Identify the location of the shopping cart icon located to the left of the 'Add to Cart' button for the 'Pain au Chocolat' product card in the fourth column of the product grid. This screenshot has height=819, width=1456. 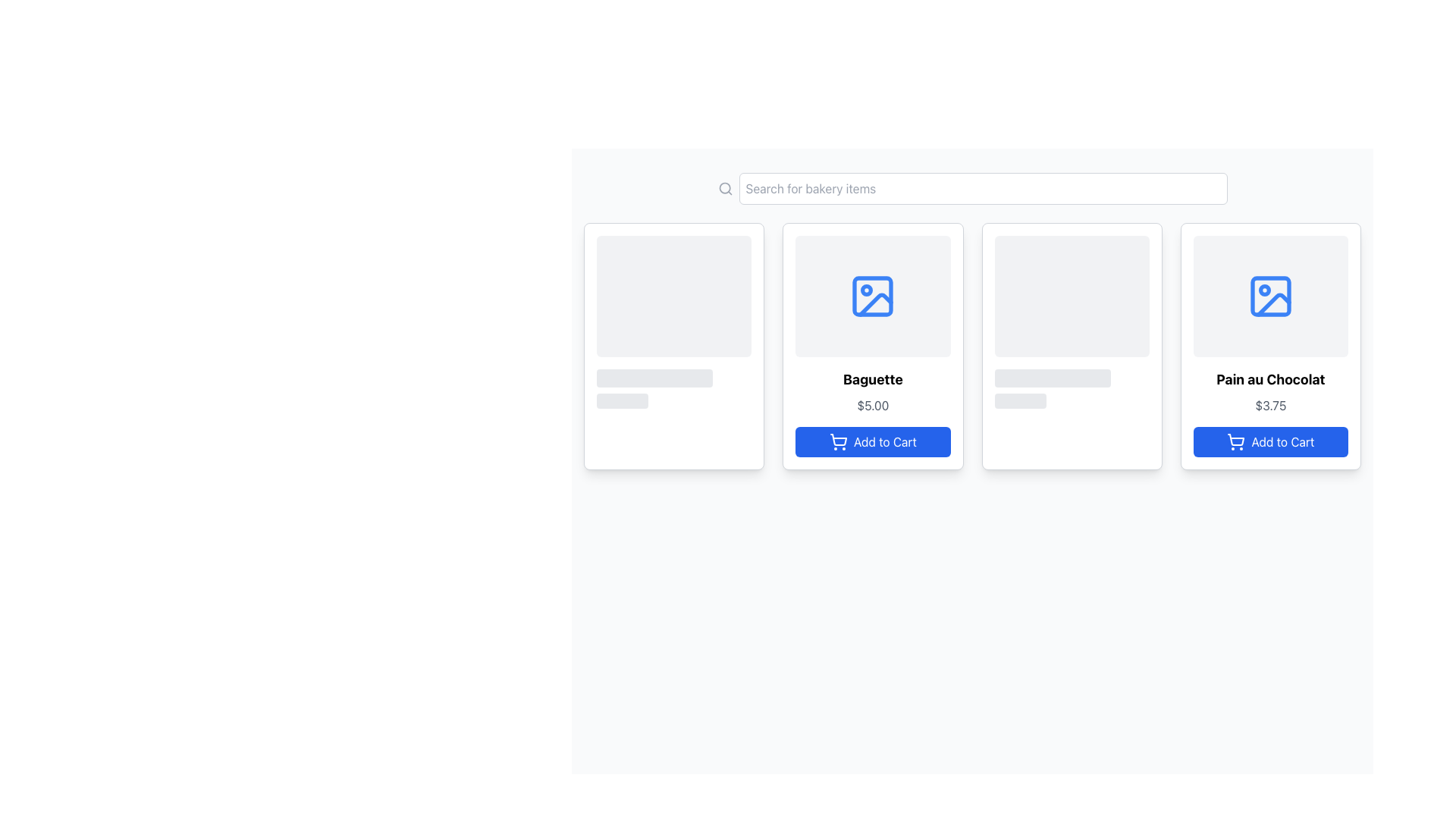
(1236, 441).